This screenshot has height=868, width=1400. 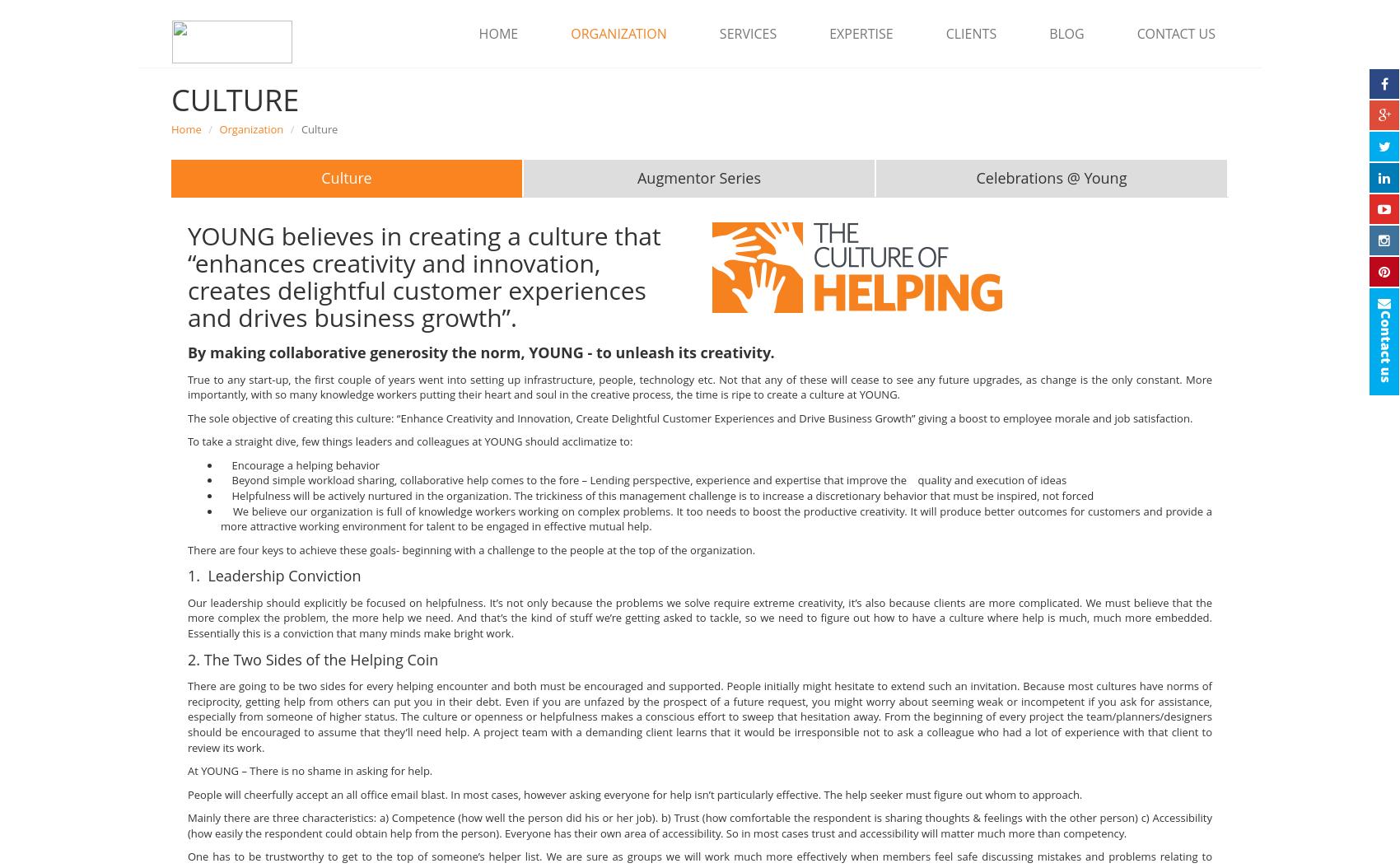 What do you see at coordinates (423, 275) in the screenshot?
I see `'YOUNG believes in creating a culture that “enhances creativity and innovation, creates delightful customer experiences and drives business growth”.'` at bounding box center [423, 275].